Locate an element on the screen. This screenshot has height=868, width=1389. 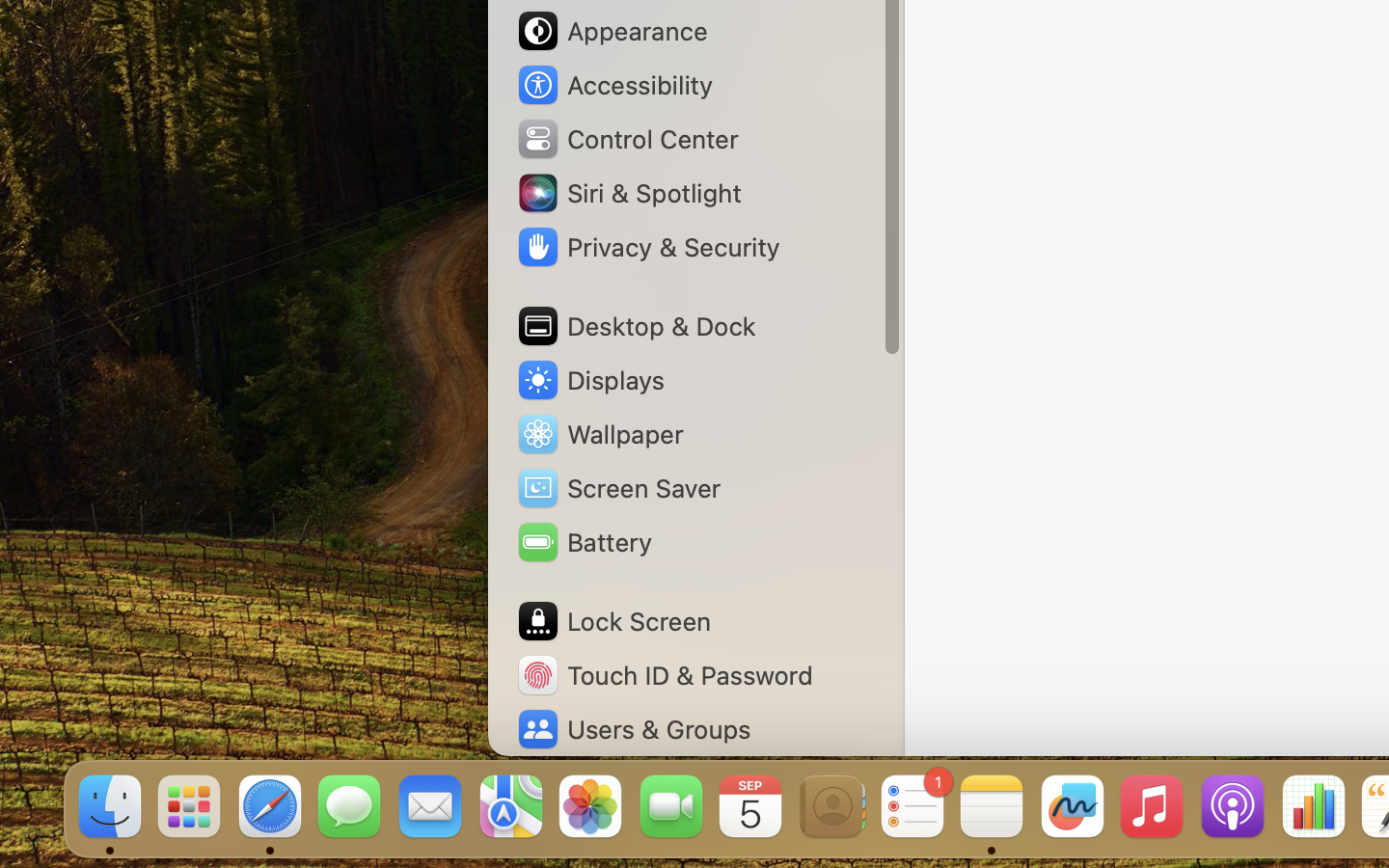
'Control Center' is located at coordinates (626, 139).